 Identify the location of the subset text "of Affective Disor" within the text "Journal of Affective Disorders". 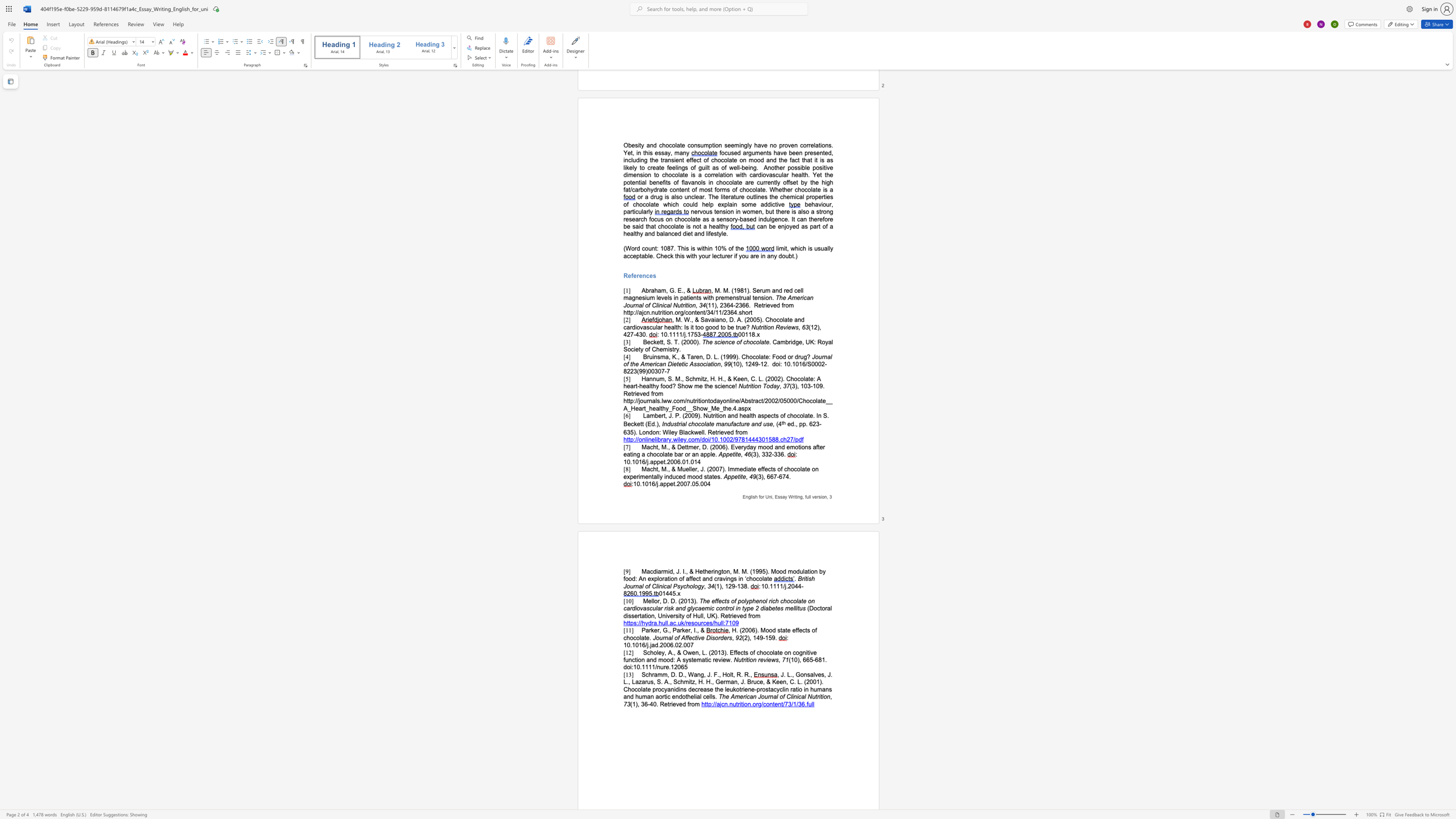
(674, 638).